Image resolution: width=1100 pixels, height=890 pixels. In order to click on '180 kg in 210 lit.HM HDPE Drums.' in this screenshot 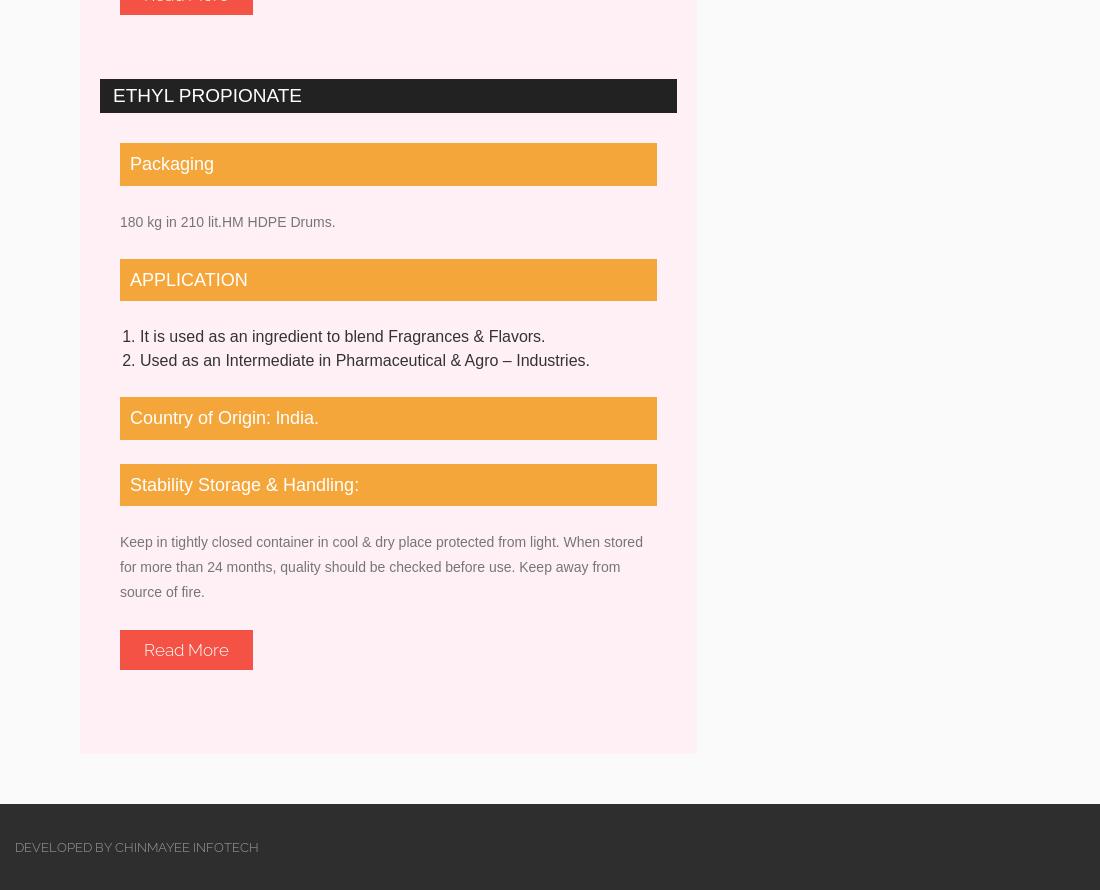, I will do `click(227, 220)`.